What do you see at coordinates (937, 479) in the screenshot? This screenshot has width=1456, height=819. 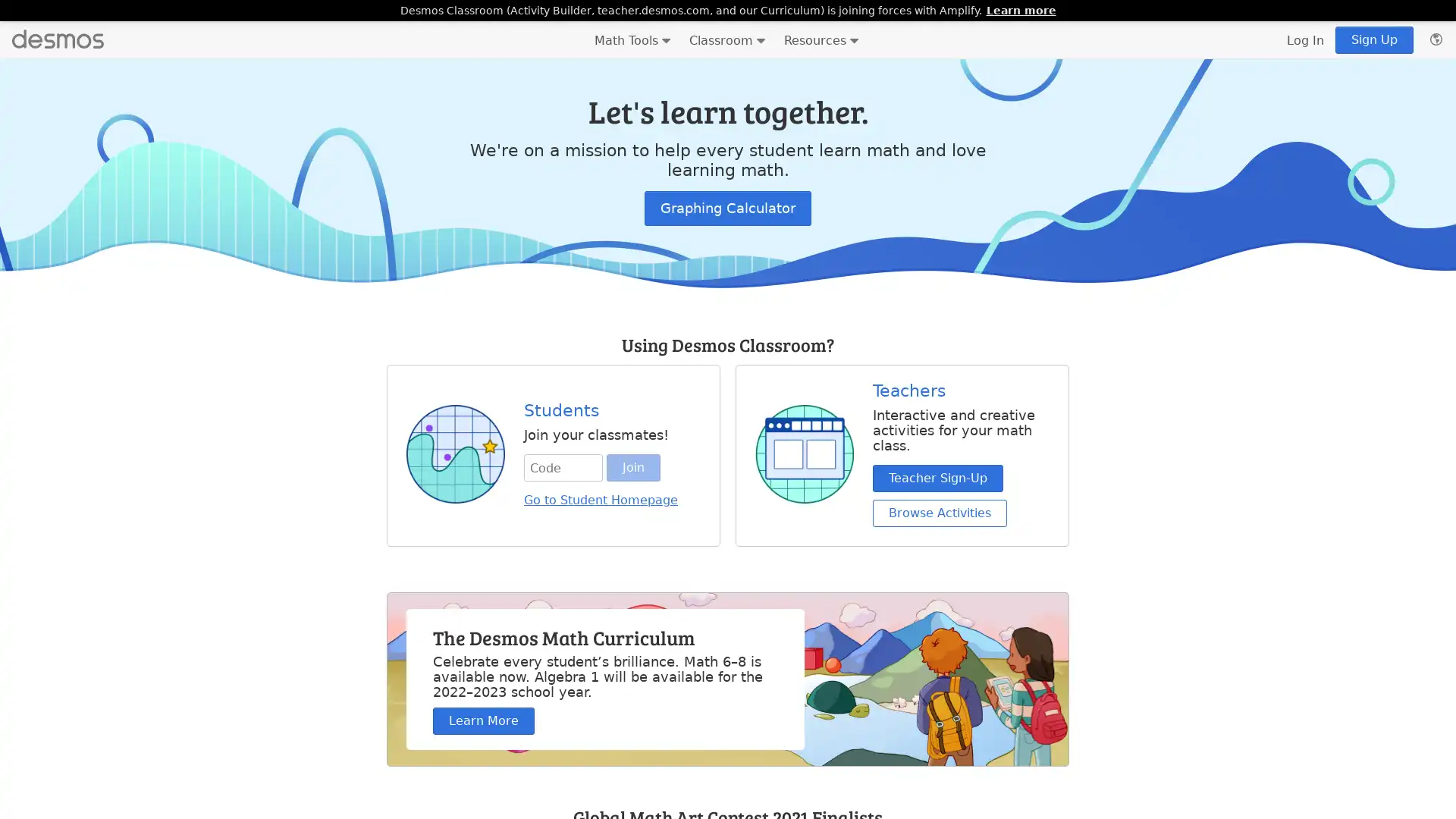 I see `Teacher Sign-Up` at bounding box center [937, 479].